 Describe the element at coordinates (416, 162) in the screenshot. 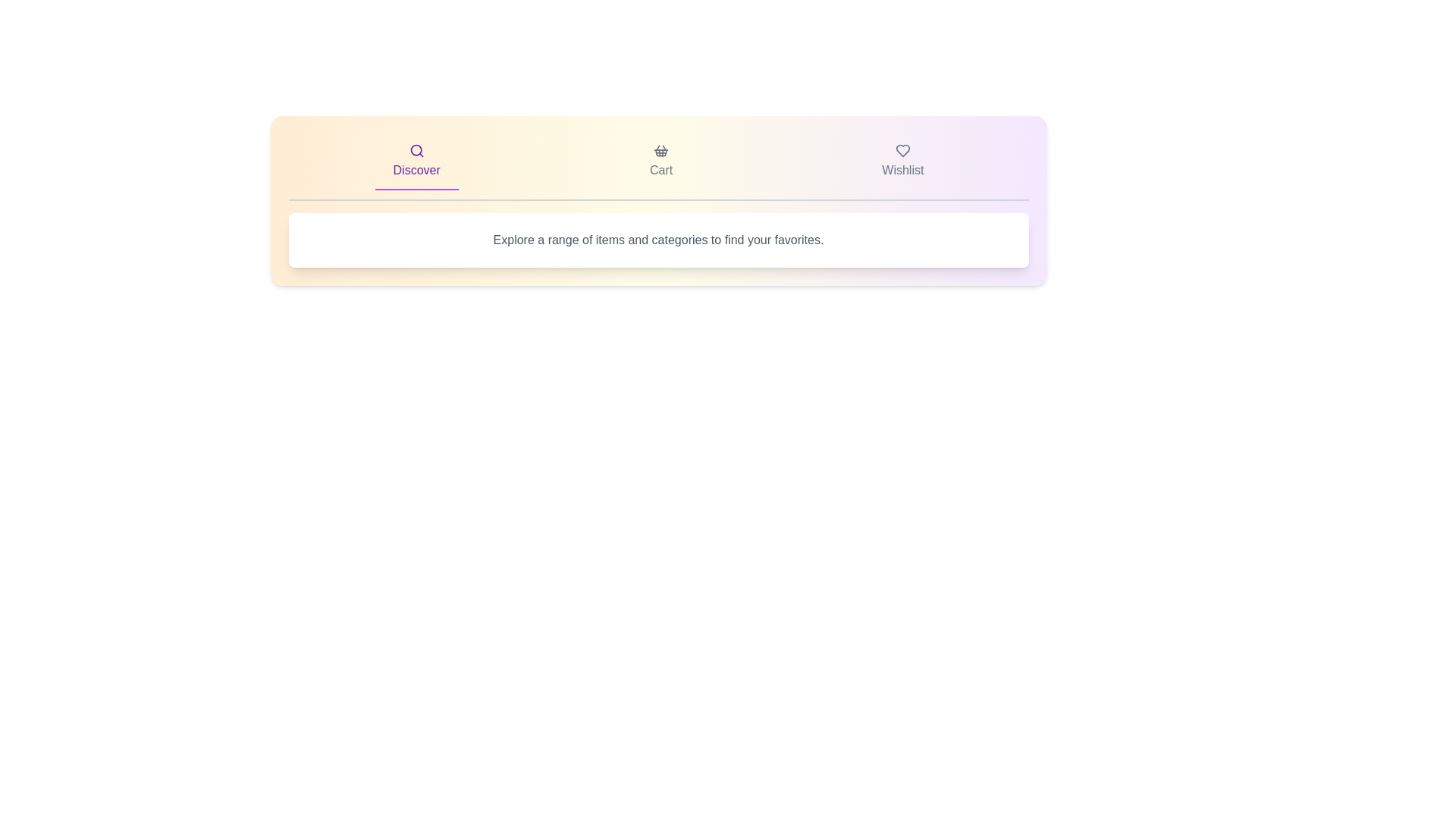

I see `the Discover tab to observe its hover effect` at that location.